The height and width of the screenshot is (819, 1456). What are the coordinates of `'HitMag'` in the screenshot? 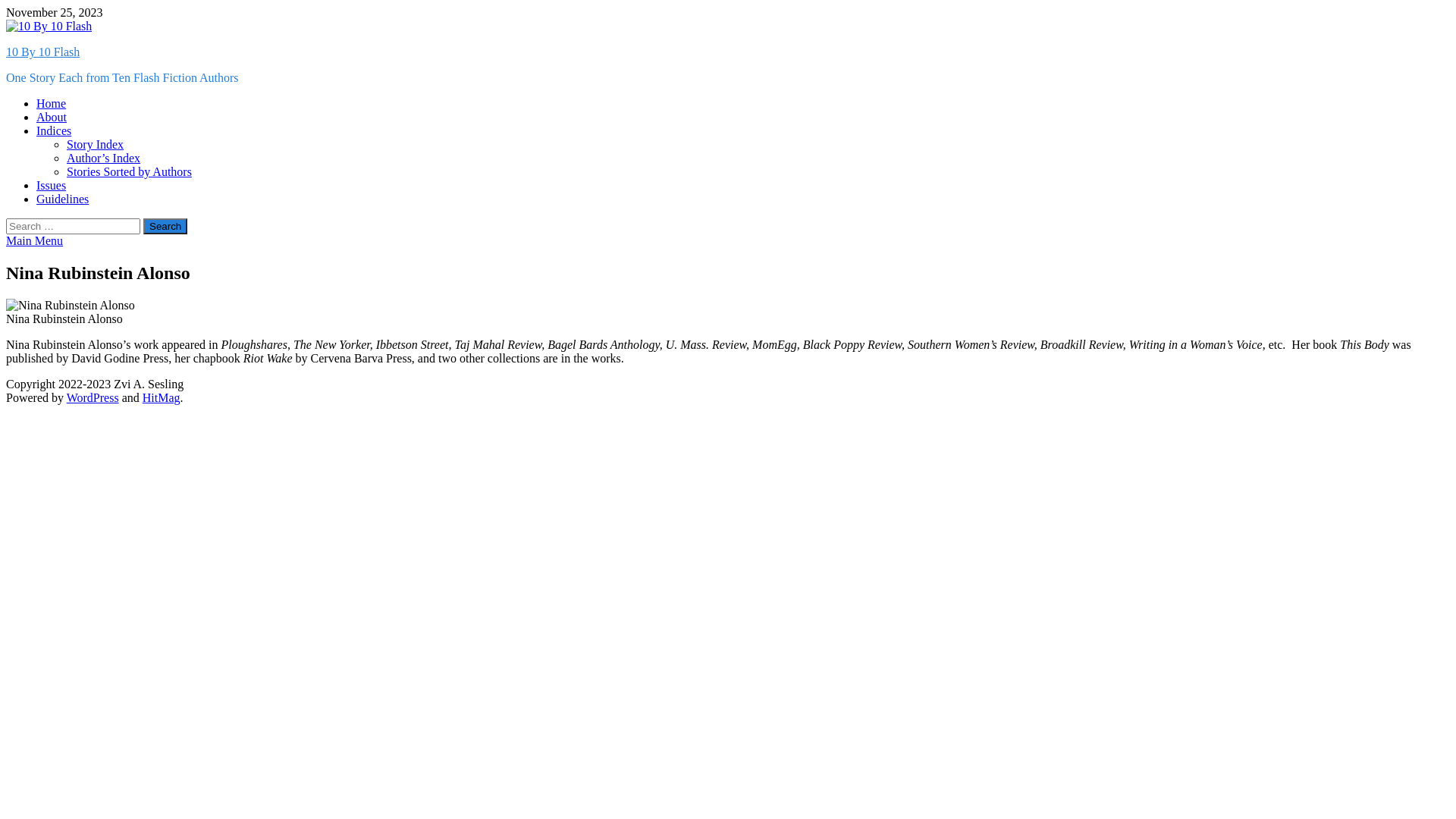 It's located at (161, 397).